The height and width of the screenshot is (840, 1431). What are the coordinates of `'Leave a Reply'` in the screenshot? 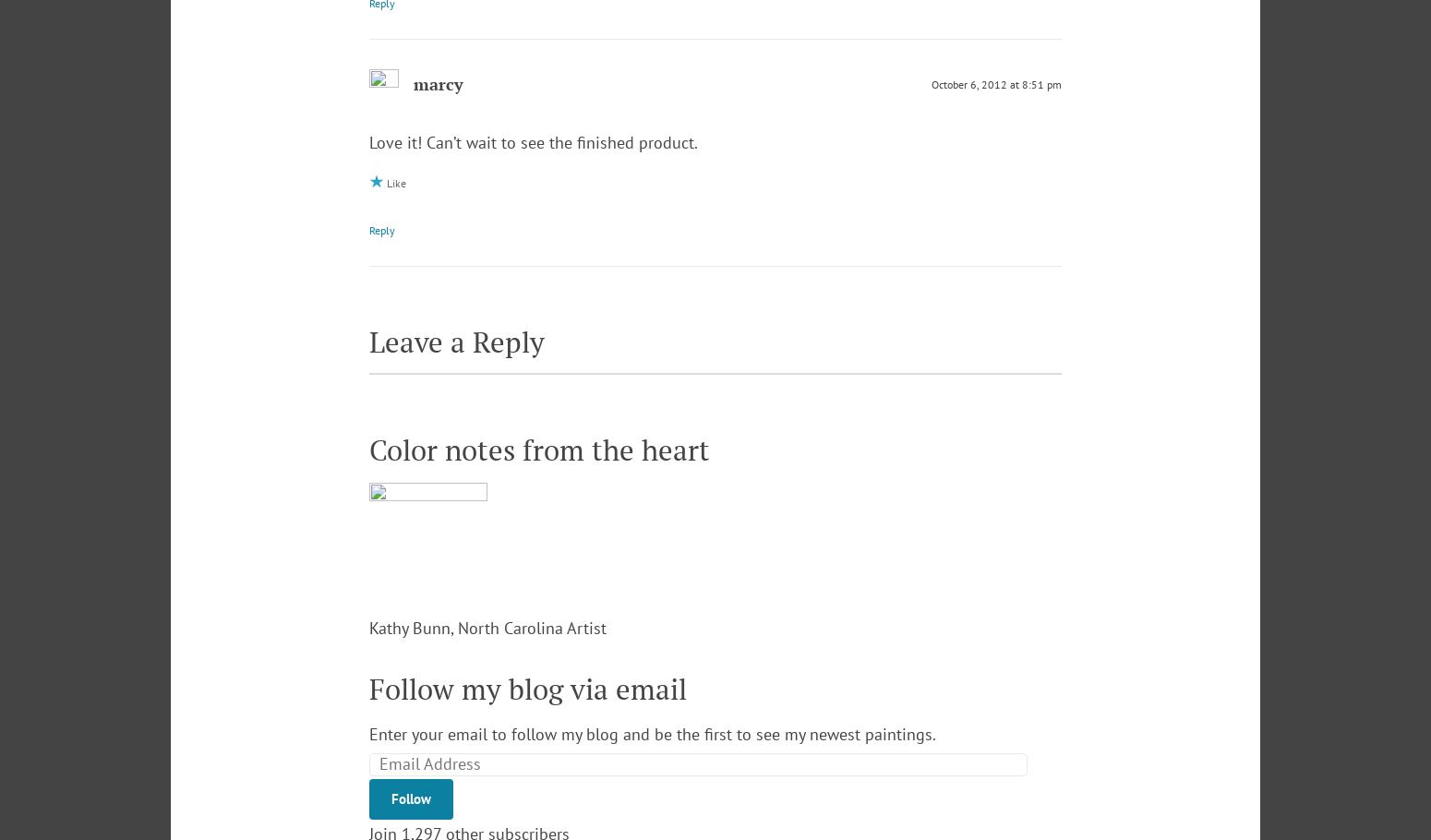 It's located at (456, 341).